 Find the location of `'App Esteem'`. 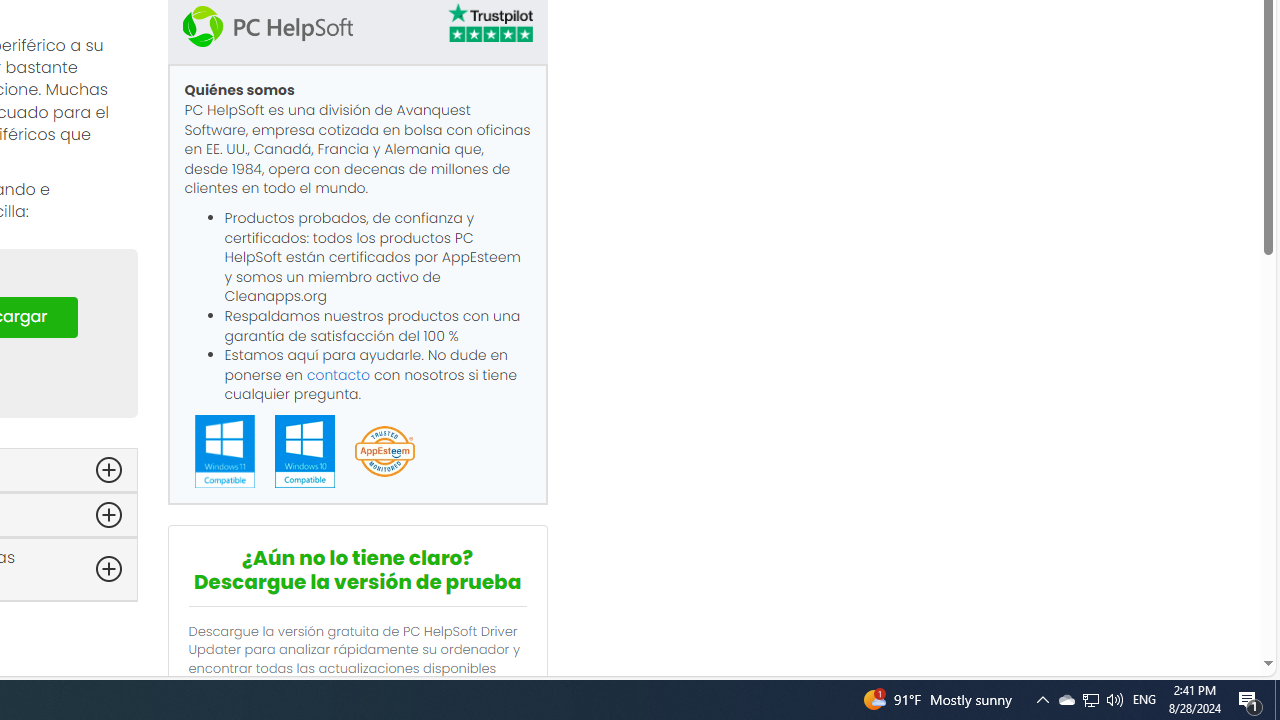

'App Esteem' is located at coordinates (384, 452).